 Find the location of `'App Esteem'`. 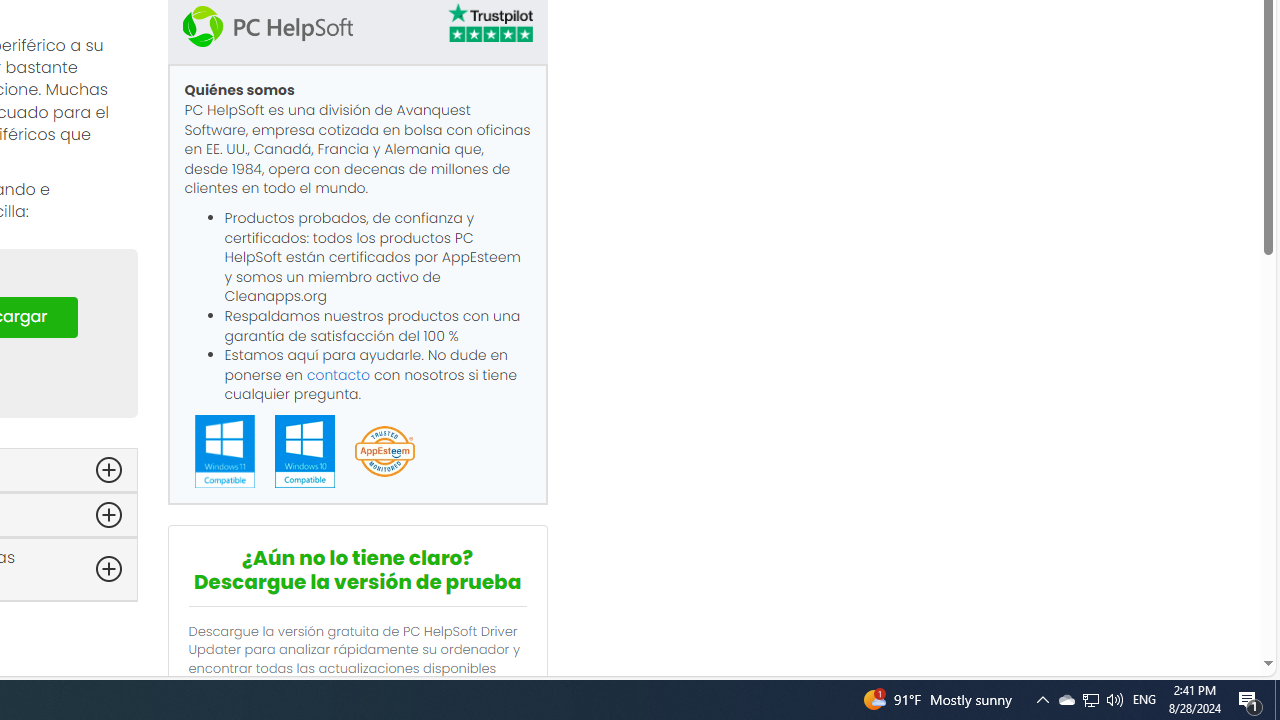

'App Esteem' is located at coordinates (384, 452).